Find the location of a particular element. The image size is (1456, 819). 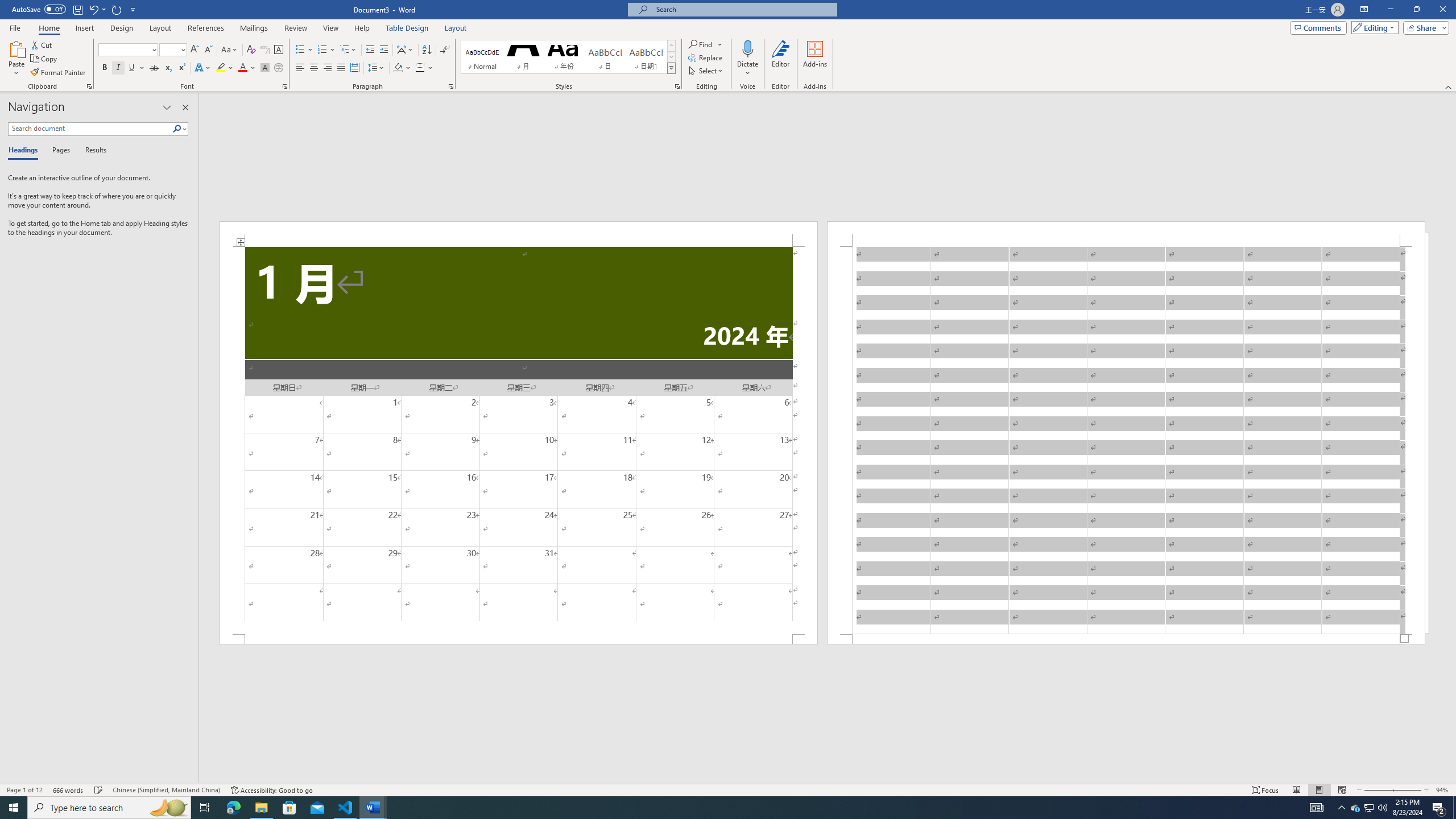

'Spelling and Grammar Check Checking' is located at coordinates (99, 790).